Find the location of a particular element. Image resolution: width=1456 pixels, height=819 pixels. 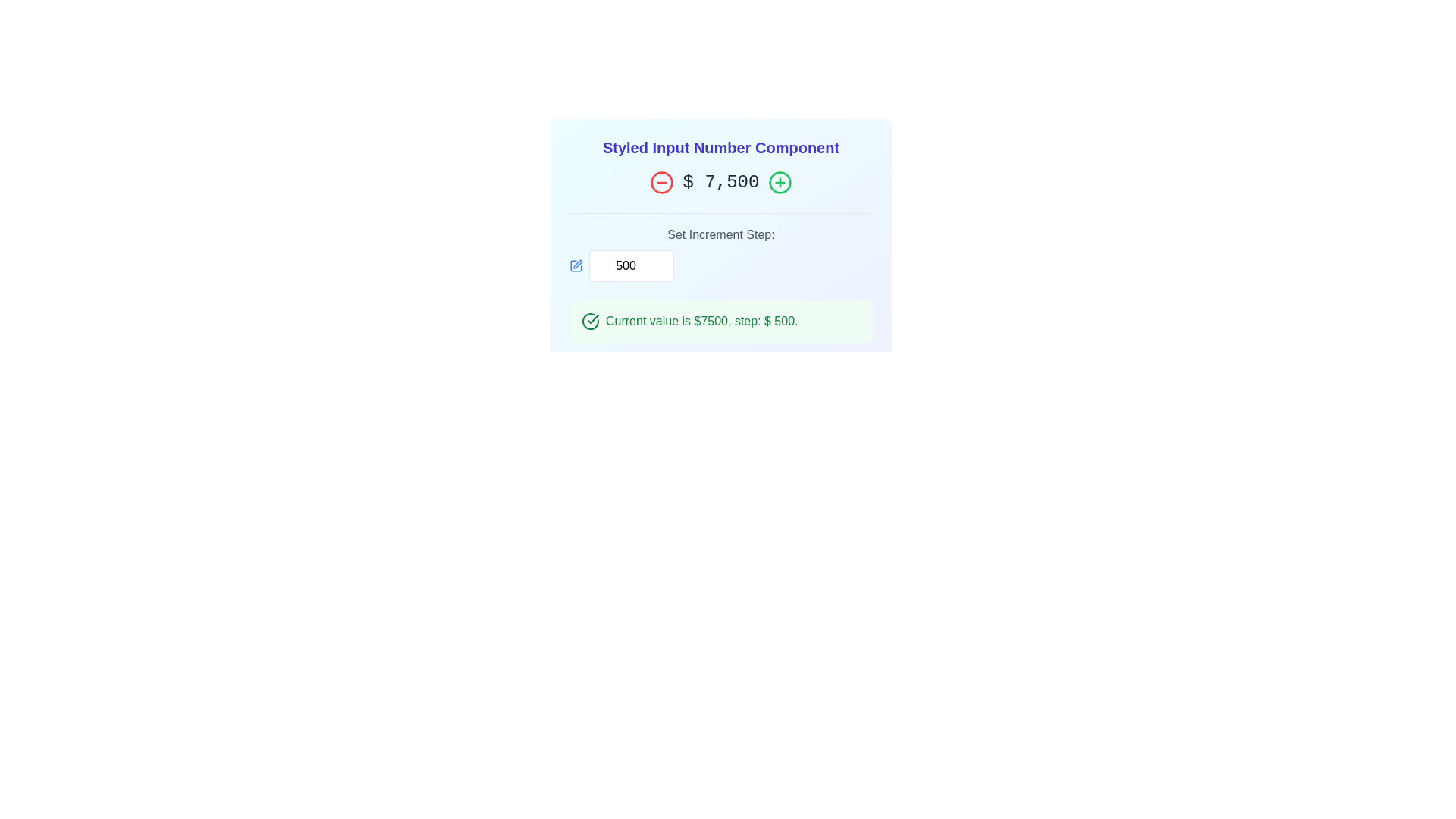

the text label displaying the numeric value '7500', which is styled with a medium-sized green font and located within a green rectangular box, positioned centrally in the lower section of the interface is located at coordinates (714, 321).